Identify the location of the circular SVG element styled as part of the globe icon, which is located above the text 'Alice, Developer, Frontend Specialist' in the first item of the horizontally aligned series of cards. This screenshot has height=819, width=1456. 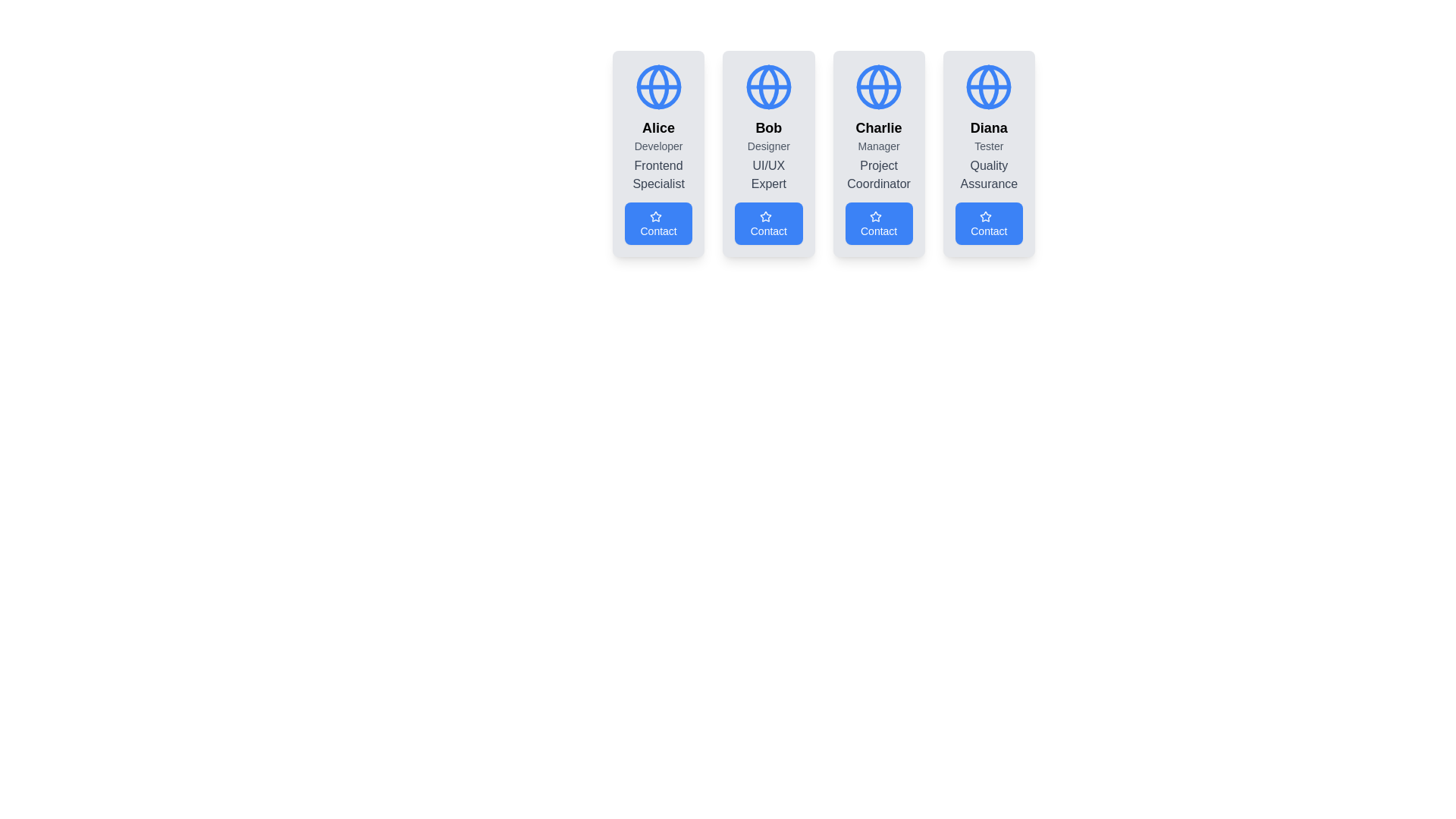
(658, 87).